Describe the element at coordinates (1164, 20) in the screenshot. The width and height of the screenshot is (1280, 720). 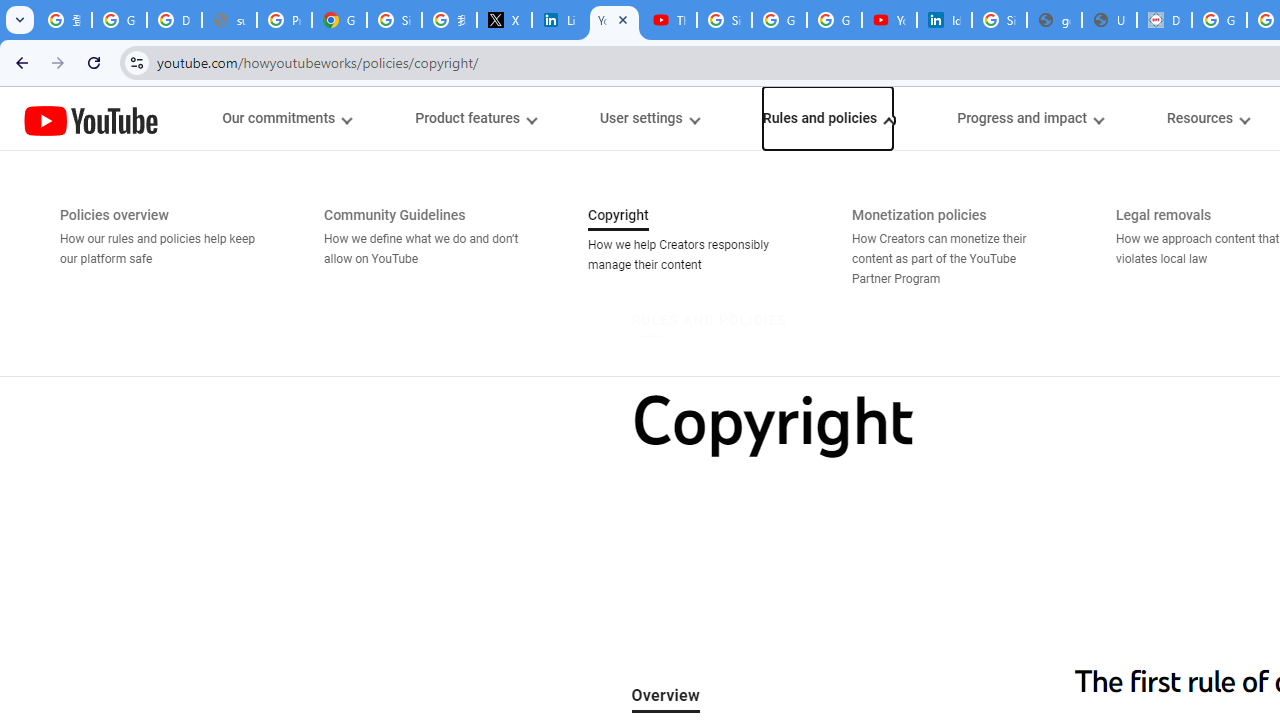
I see `'Data Privacy Framework'` at that location.